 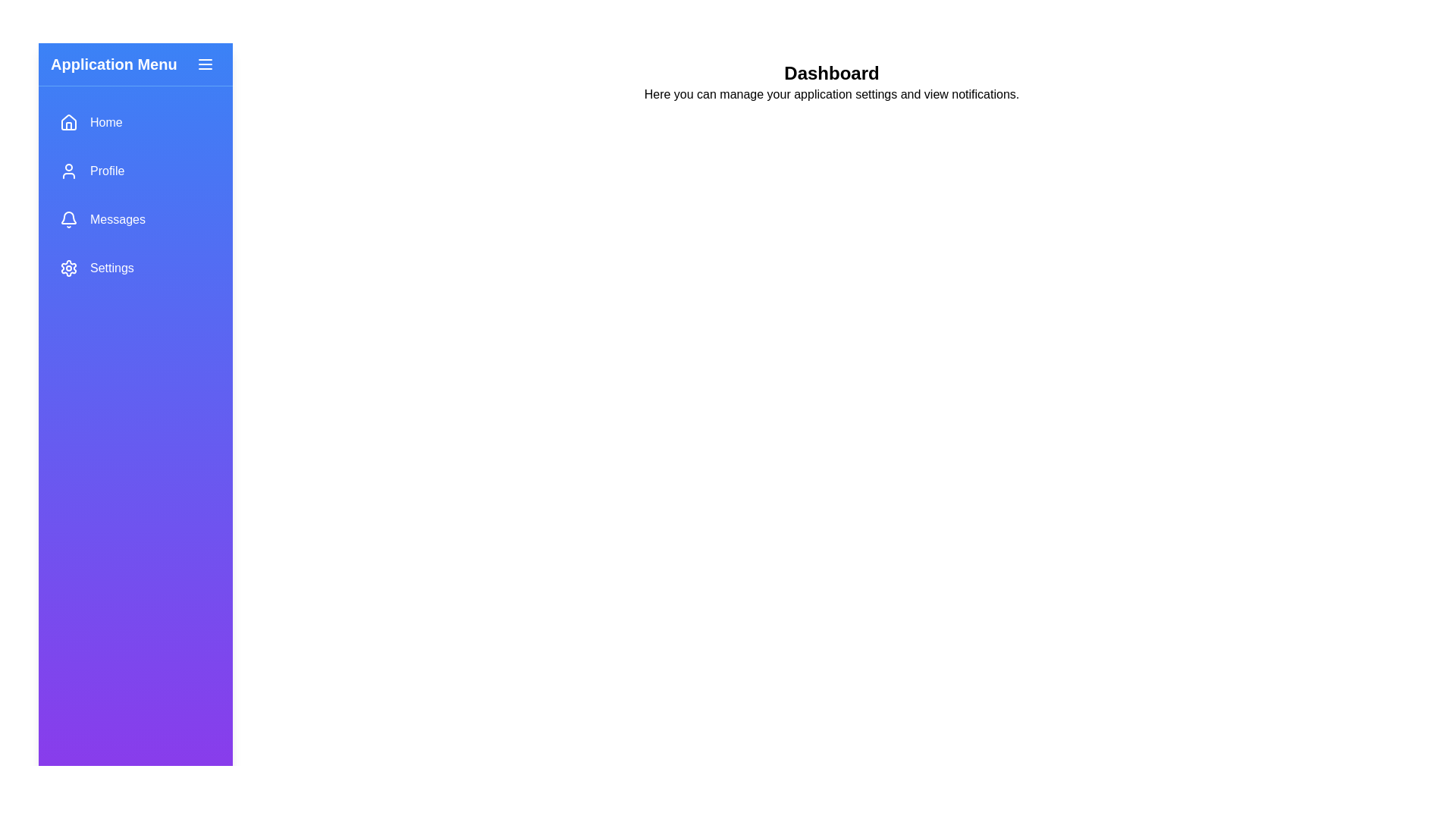 I want to click on the 'Settings' button, which has a blue background, rounded edges, and is located in the vertical navigation menu as the last option, so click(x=135, y=268).